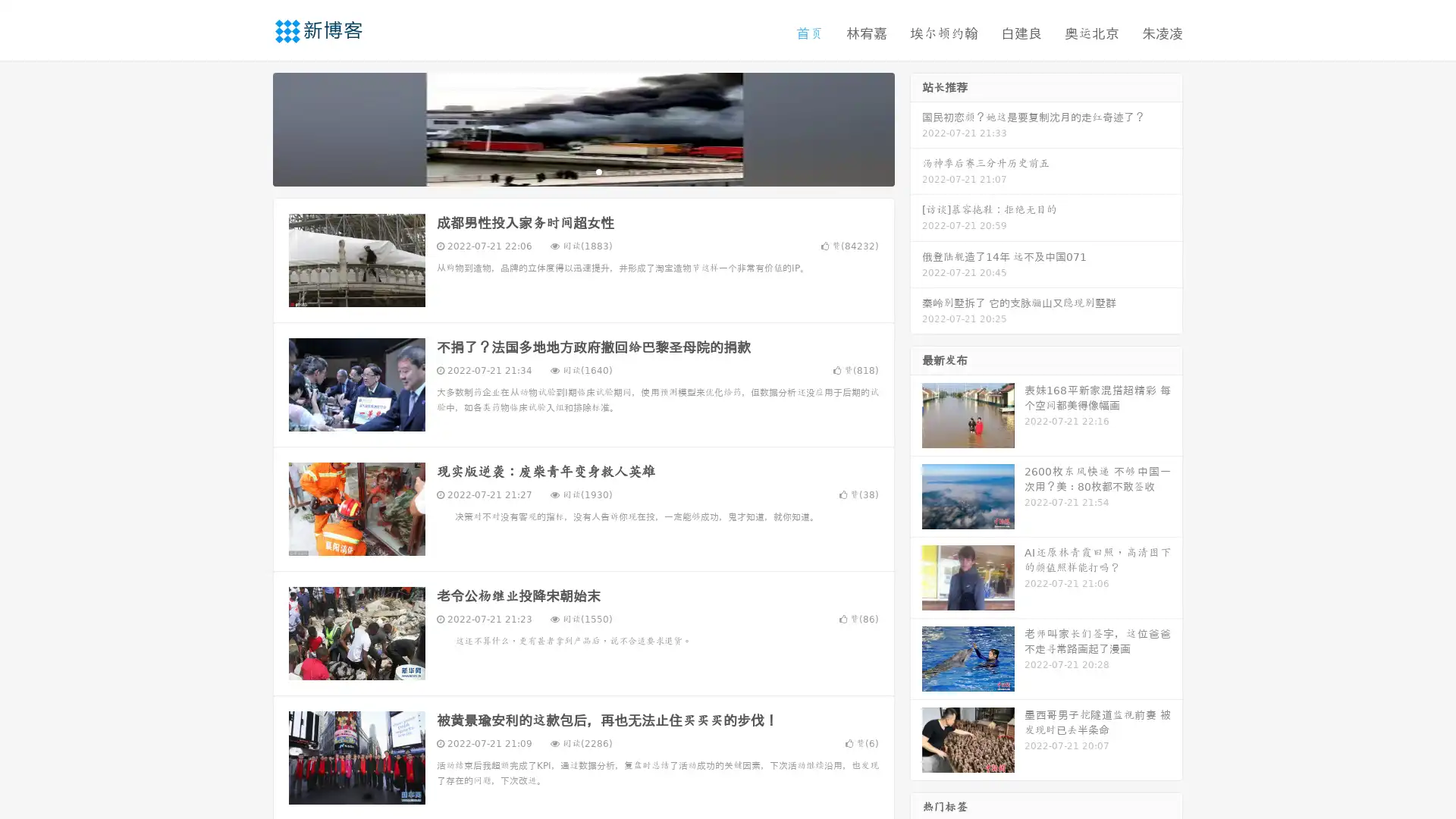 The image size is (1456, 819). What do you see at coordinates (582, 171) in the screenshot?
I see `Go to slide 2` at bounding box center [582, 171].